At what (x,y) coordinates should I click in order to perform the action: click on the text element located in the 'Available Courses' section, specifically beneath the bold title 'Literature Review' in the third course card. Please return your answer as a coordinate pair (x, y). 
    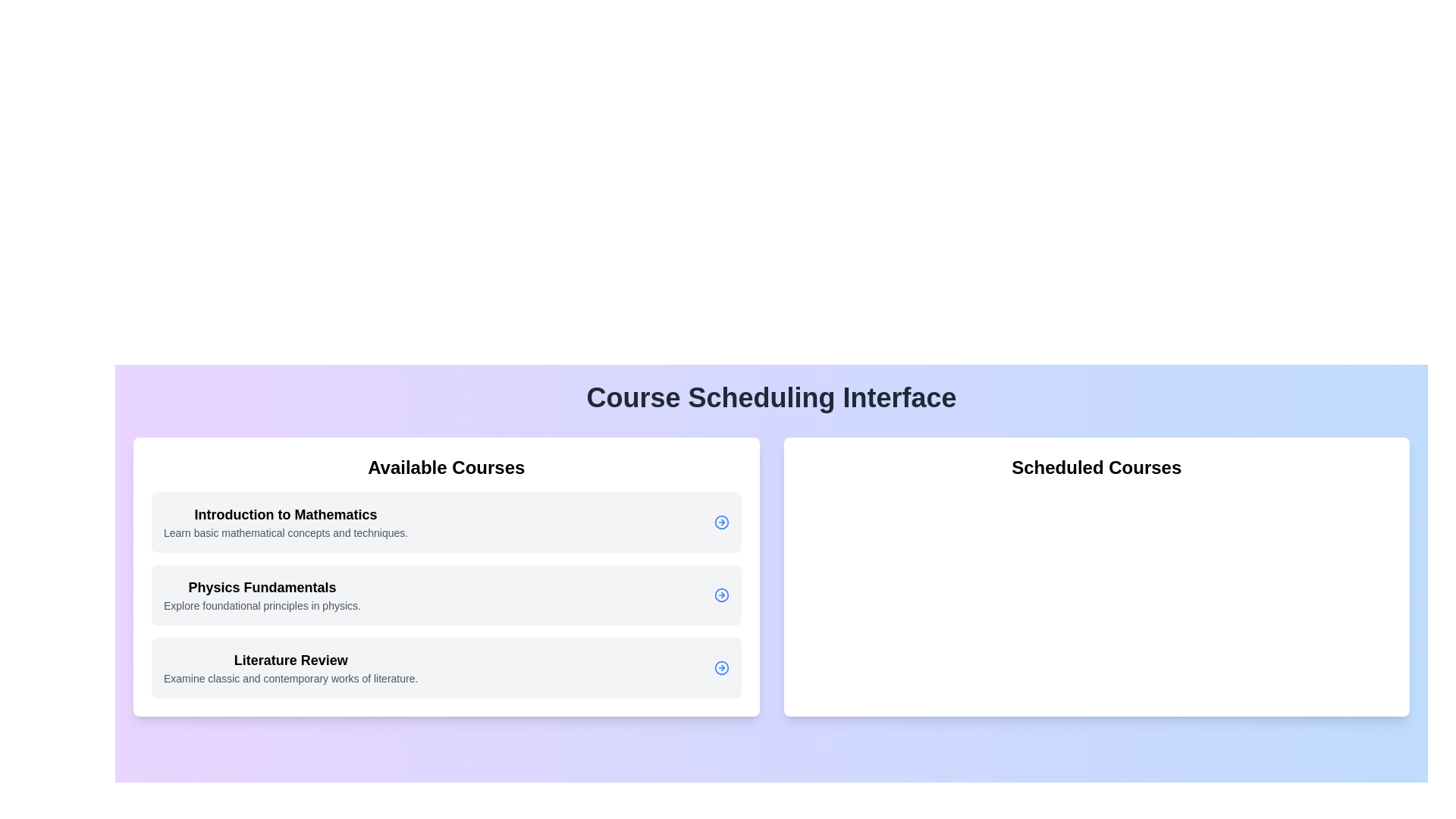
    Looking at the image, I should click on (290, 677).